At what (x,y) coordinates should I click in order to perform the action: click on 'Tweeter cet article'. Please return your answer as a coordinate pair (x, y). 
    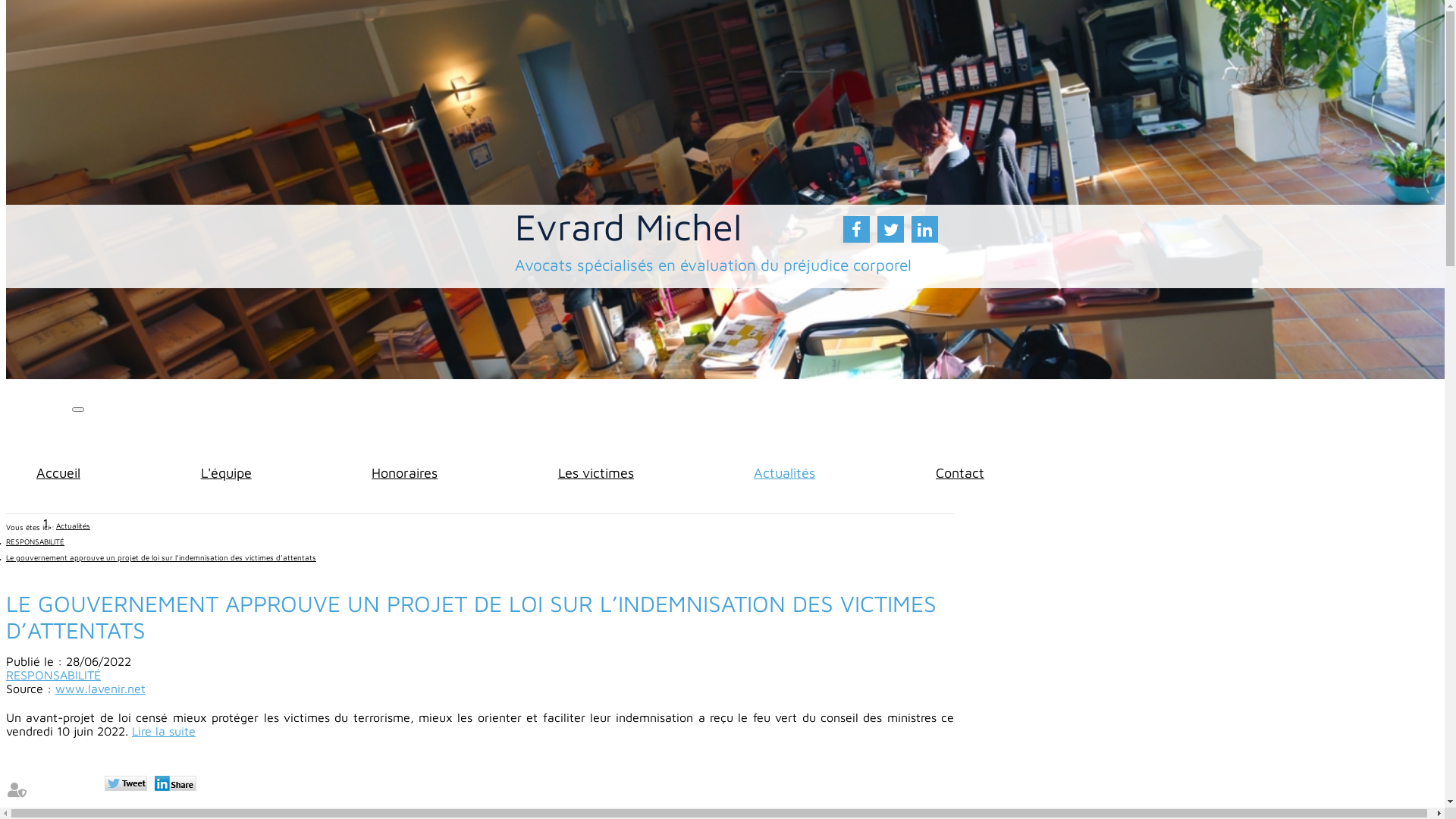
    Looking at the image, I should click on (127, 784).